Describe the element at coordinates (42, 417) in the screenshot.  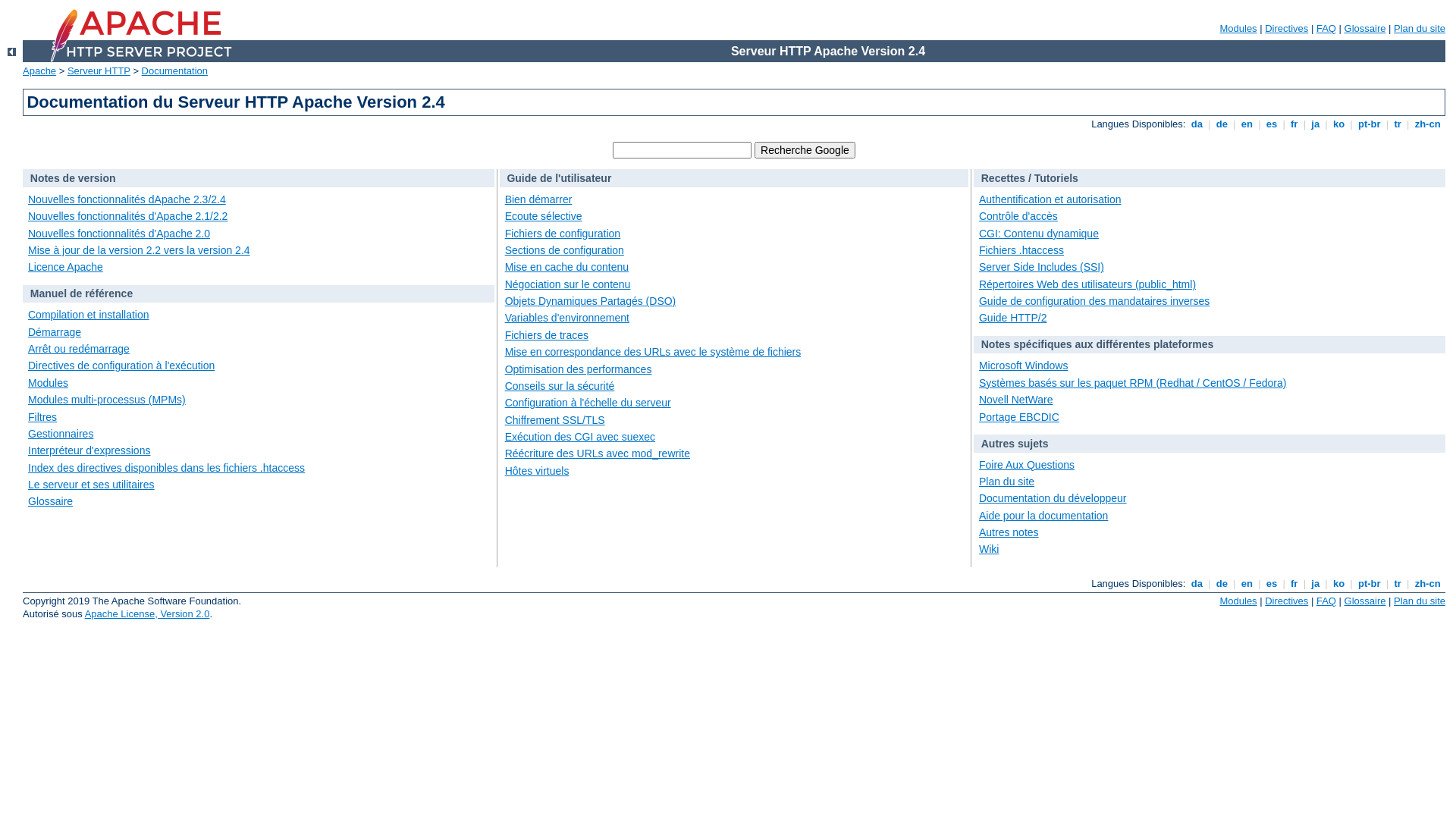
I see `'Filtres'` at that location.